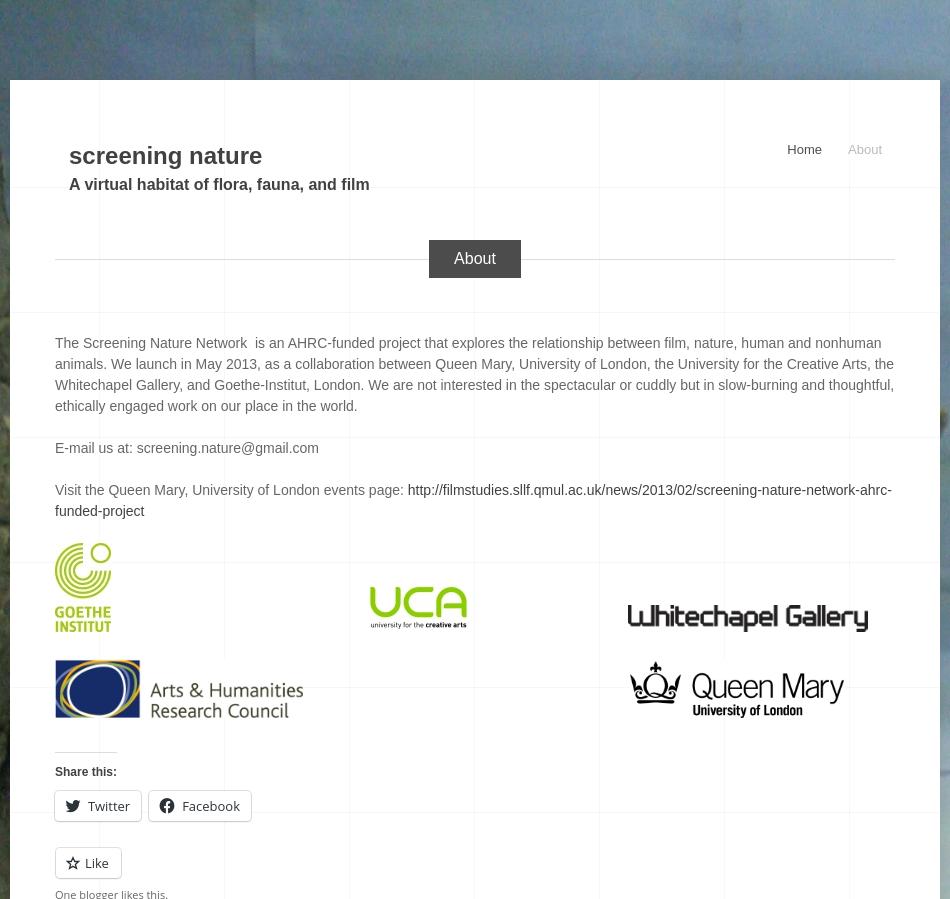 The width and height of the screenshot is (950, 899). What do you see at coordinates (108, 806) in the screenshot?
I see `'Twitter'` at bounding box center [108, 806].